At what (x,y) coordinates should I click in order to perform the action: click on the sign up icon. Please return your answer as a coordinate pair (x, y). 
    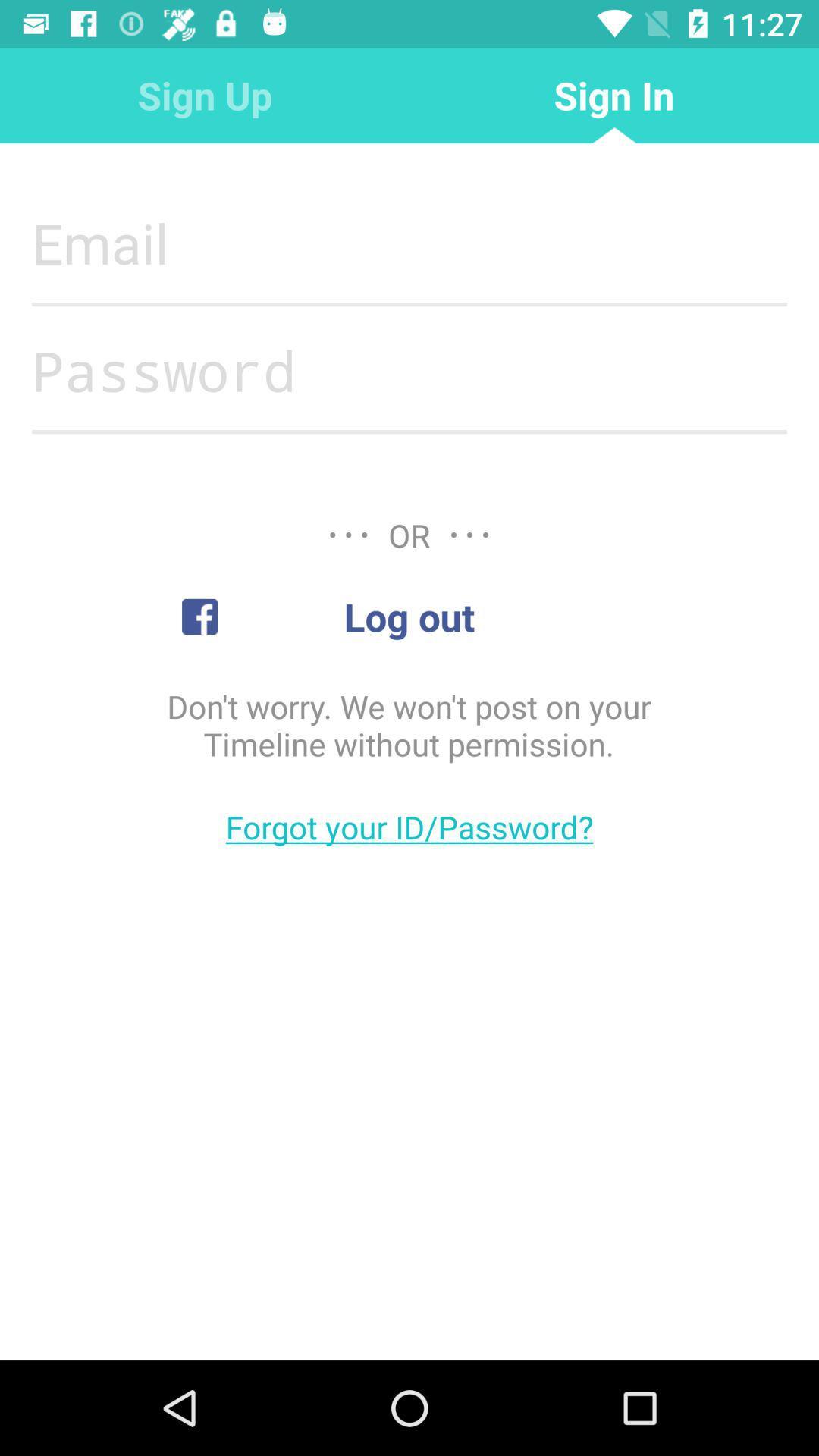
    Looking at the image, I should click on (205, 94).